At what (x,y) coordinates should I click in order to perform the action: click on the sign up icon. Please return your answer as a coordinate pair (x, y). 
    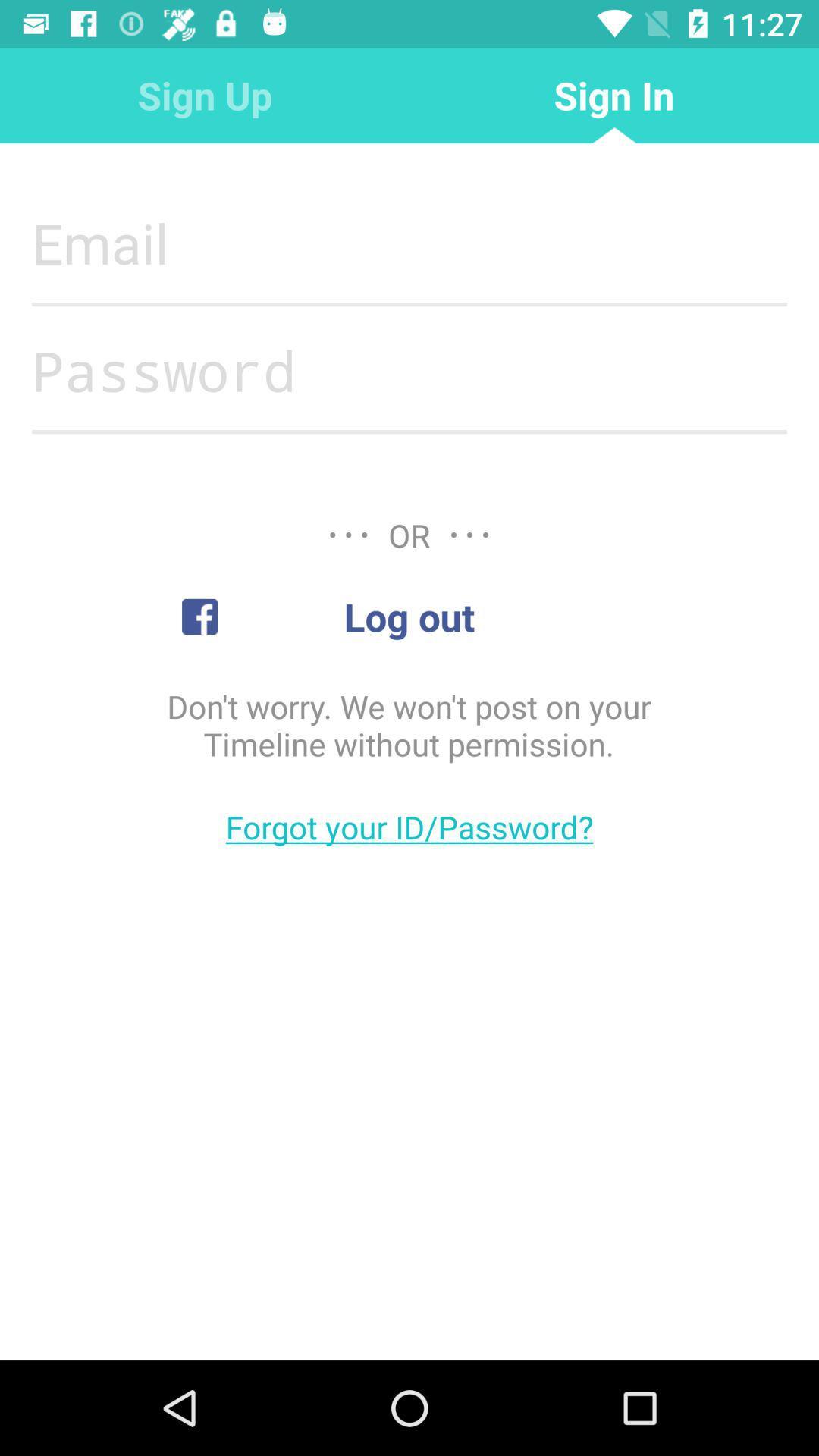
    Looking at the image, I should click on (205, 94).